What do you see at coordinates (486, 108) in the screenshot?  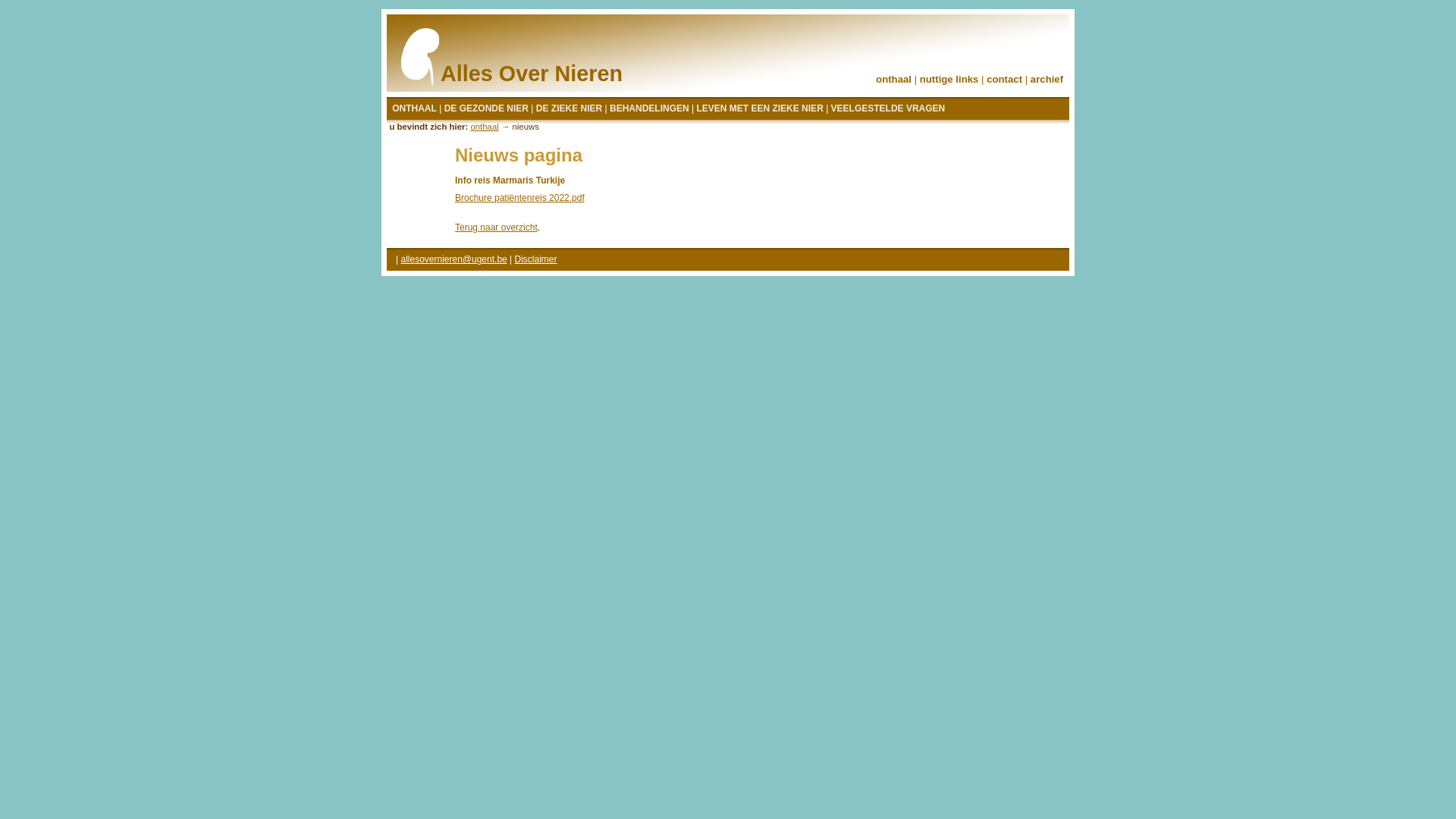 I see `'DE GEZONDE NIER'` at bounding box center [486, 108].